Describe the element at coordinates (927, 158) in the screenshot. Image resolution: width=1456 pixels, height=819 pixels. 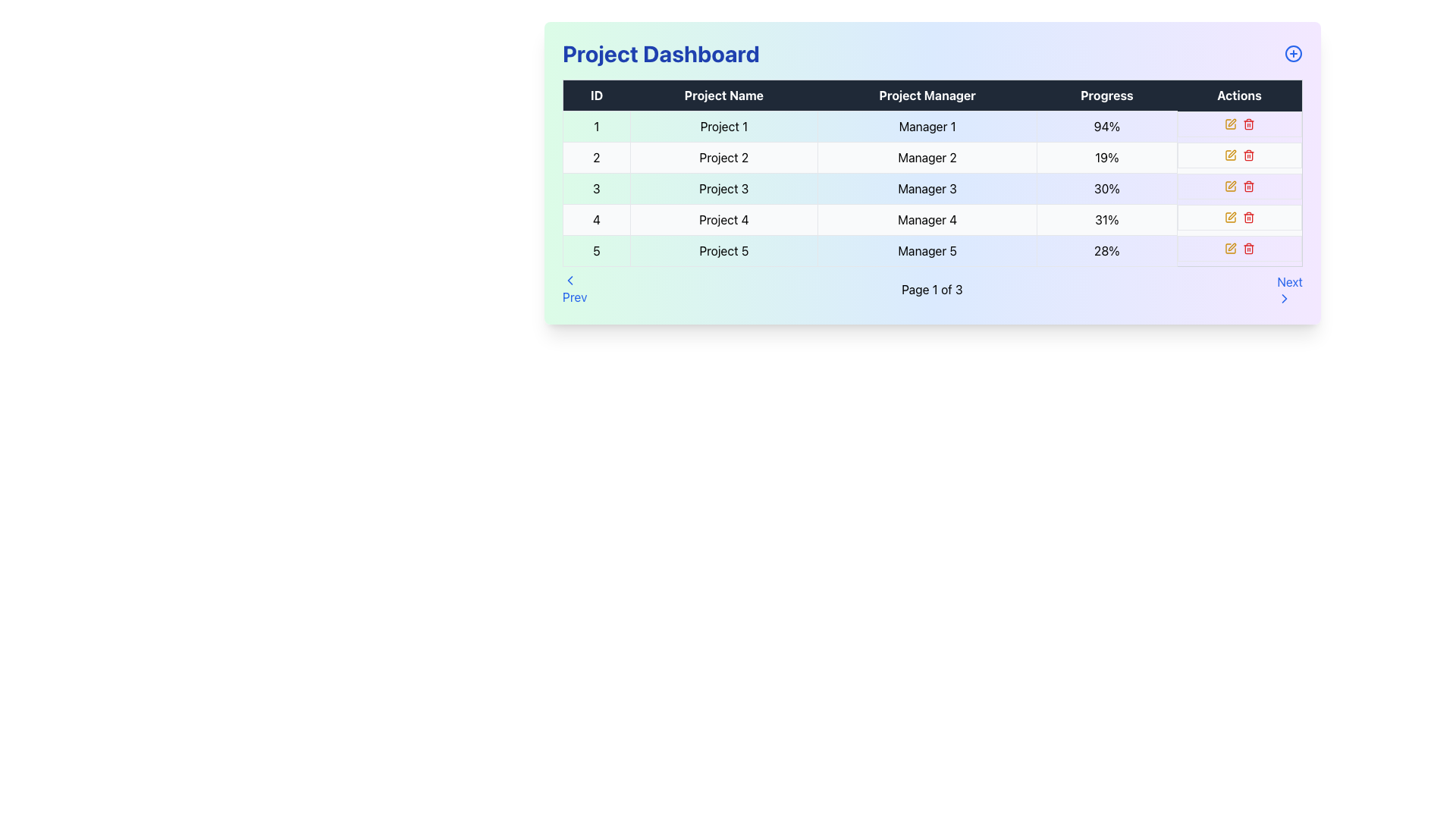
I see `the Text label displaying the name of the project manager in the third column of the second row of the data table` at that location.